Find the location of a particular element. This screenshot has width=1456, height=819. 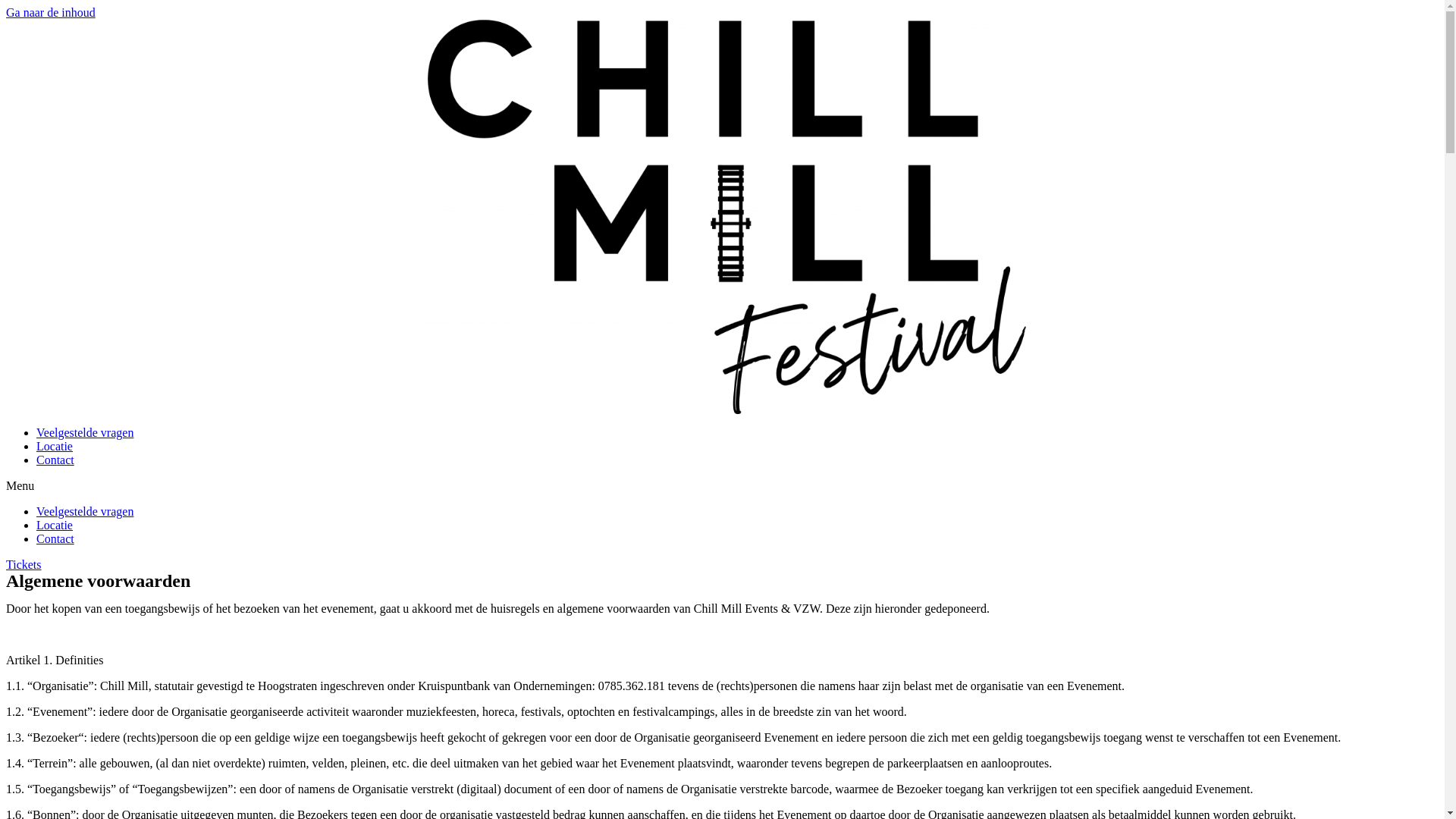

'Ga naar de inhoud' is located at coordinates (51, 12).